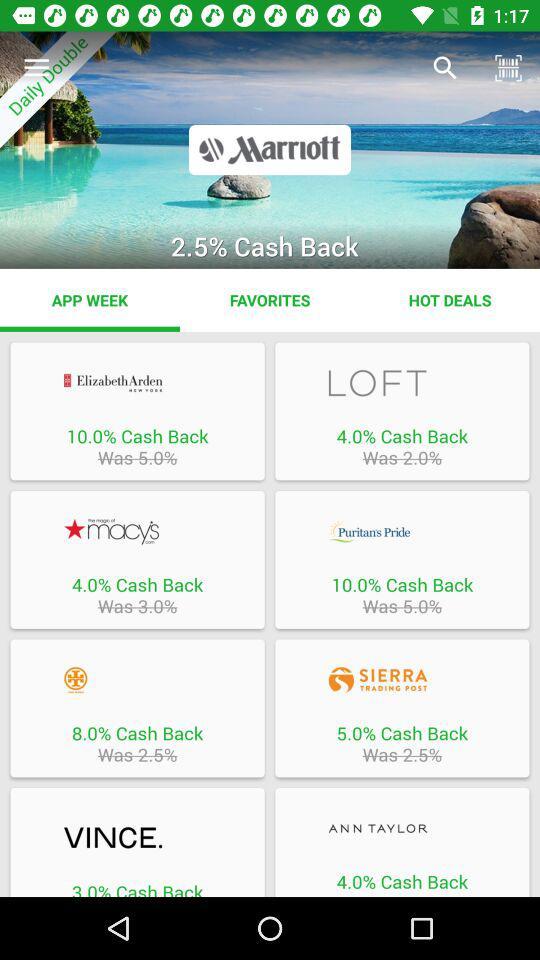 The image size is (540, 960). I want to click on offer details, so click(136, 839).